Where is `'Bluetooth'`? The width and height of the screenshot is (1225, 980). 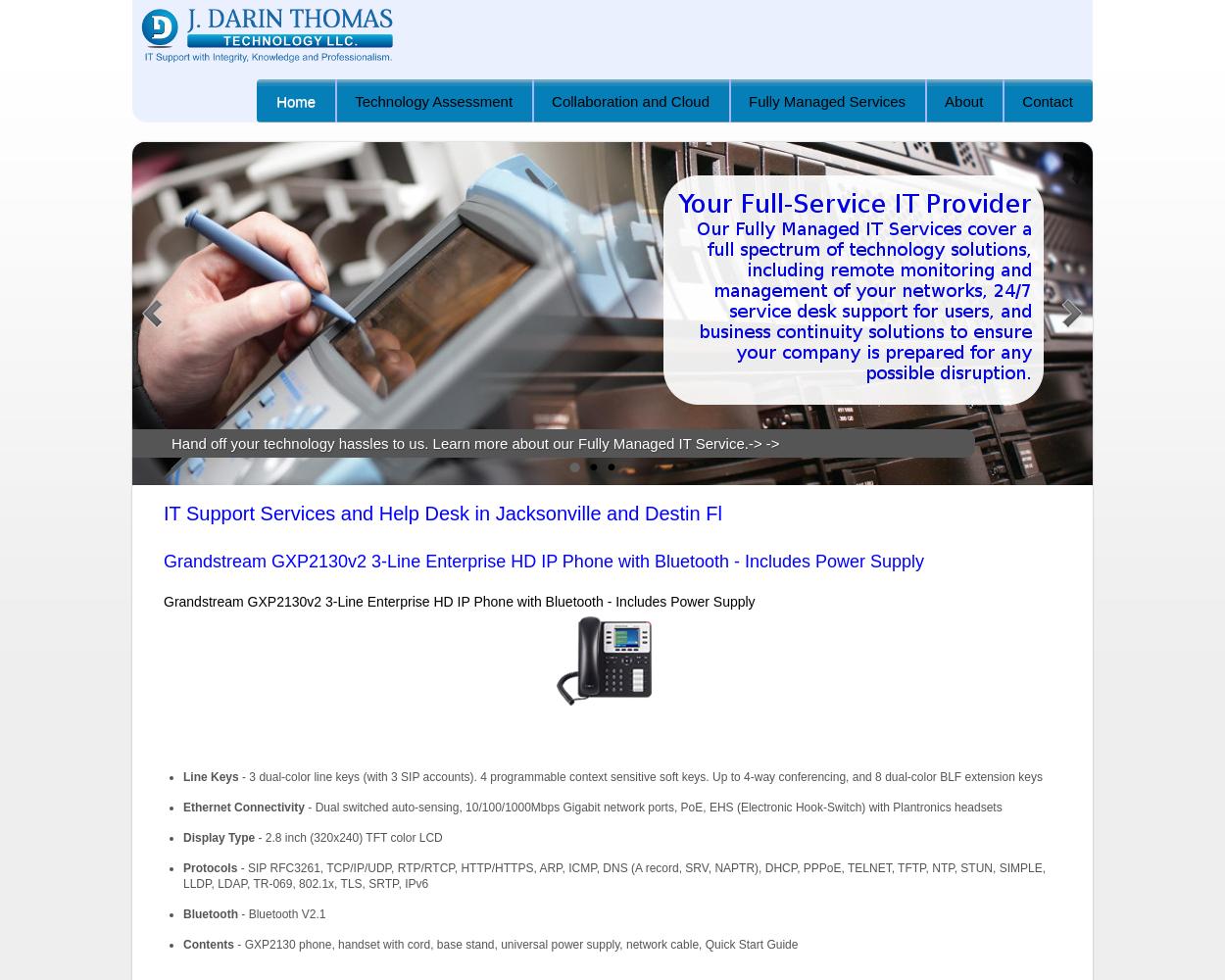 'Bluetooth' is located at coordinates (209, 914).